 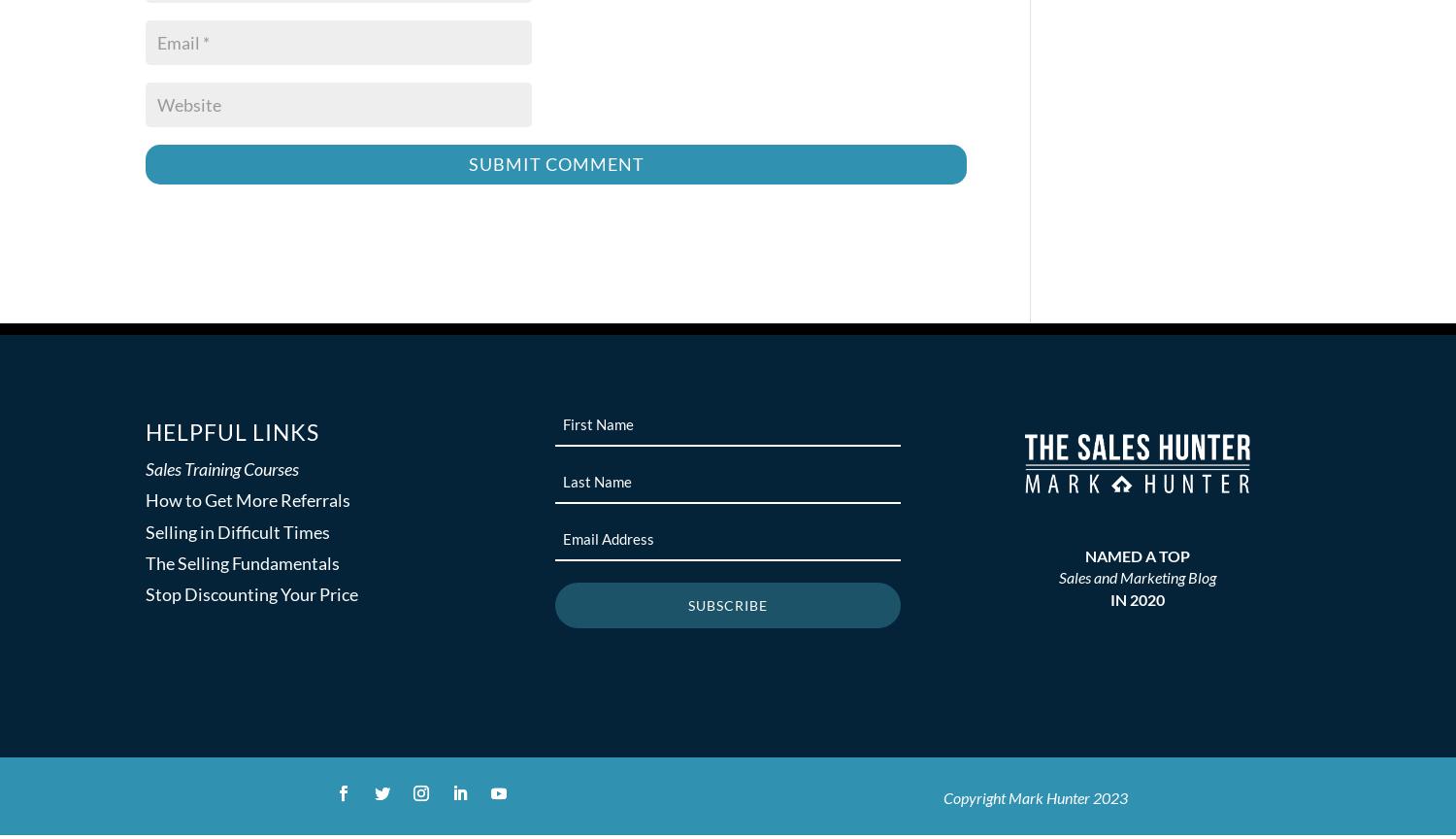 I want to click on 'Helpful Links', so click(x=231, y=431).